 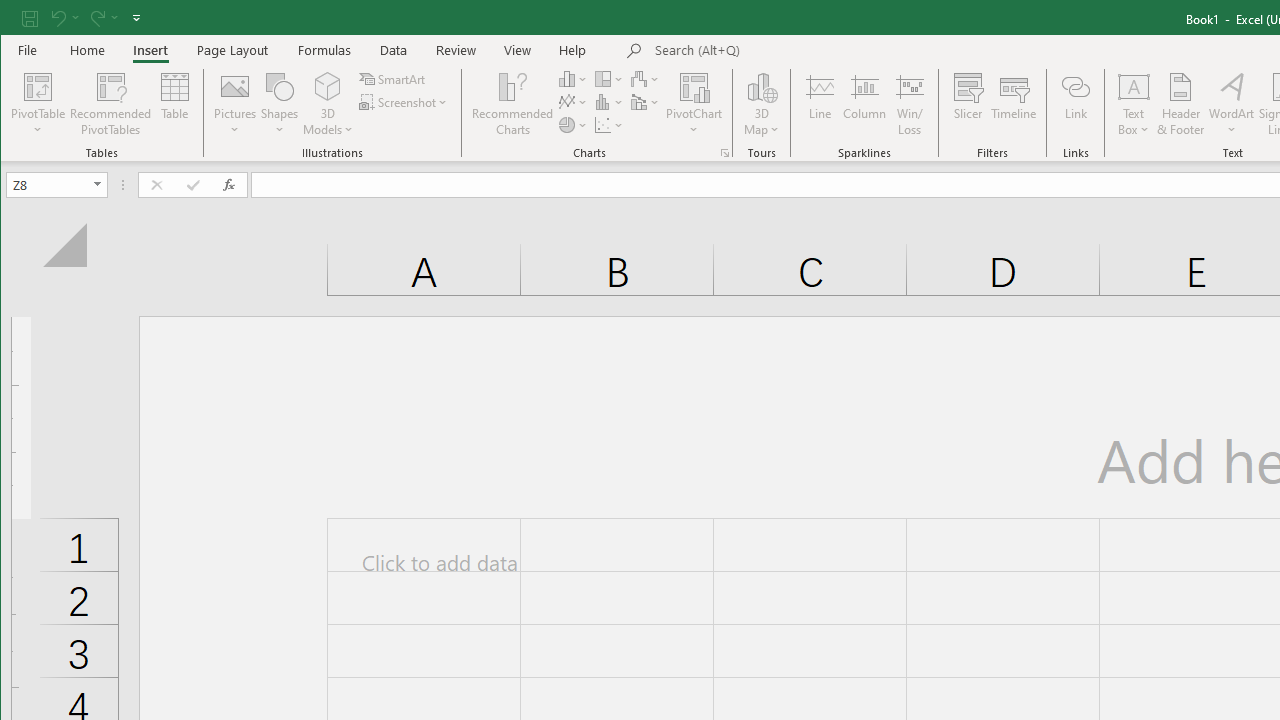 What do you see at coordinates (1231, 104) in the screenshot?
I see `'WordArt'` at bounding box center [1231, 104].